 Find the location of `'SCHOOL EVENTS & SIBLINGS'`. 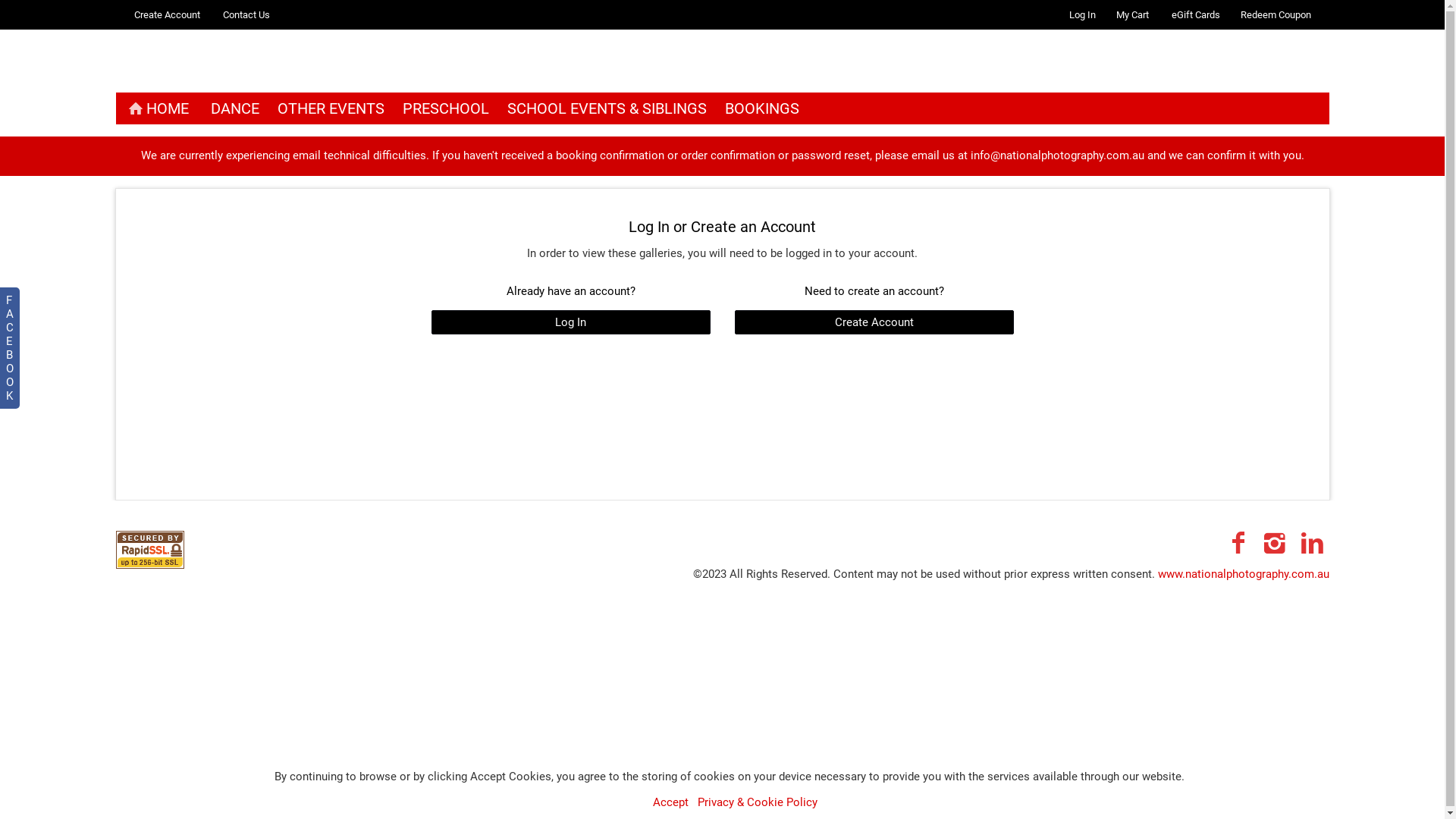

'SCHOOL EVENTS & SIBLINGS' is located at coordinates (605, 107).